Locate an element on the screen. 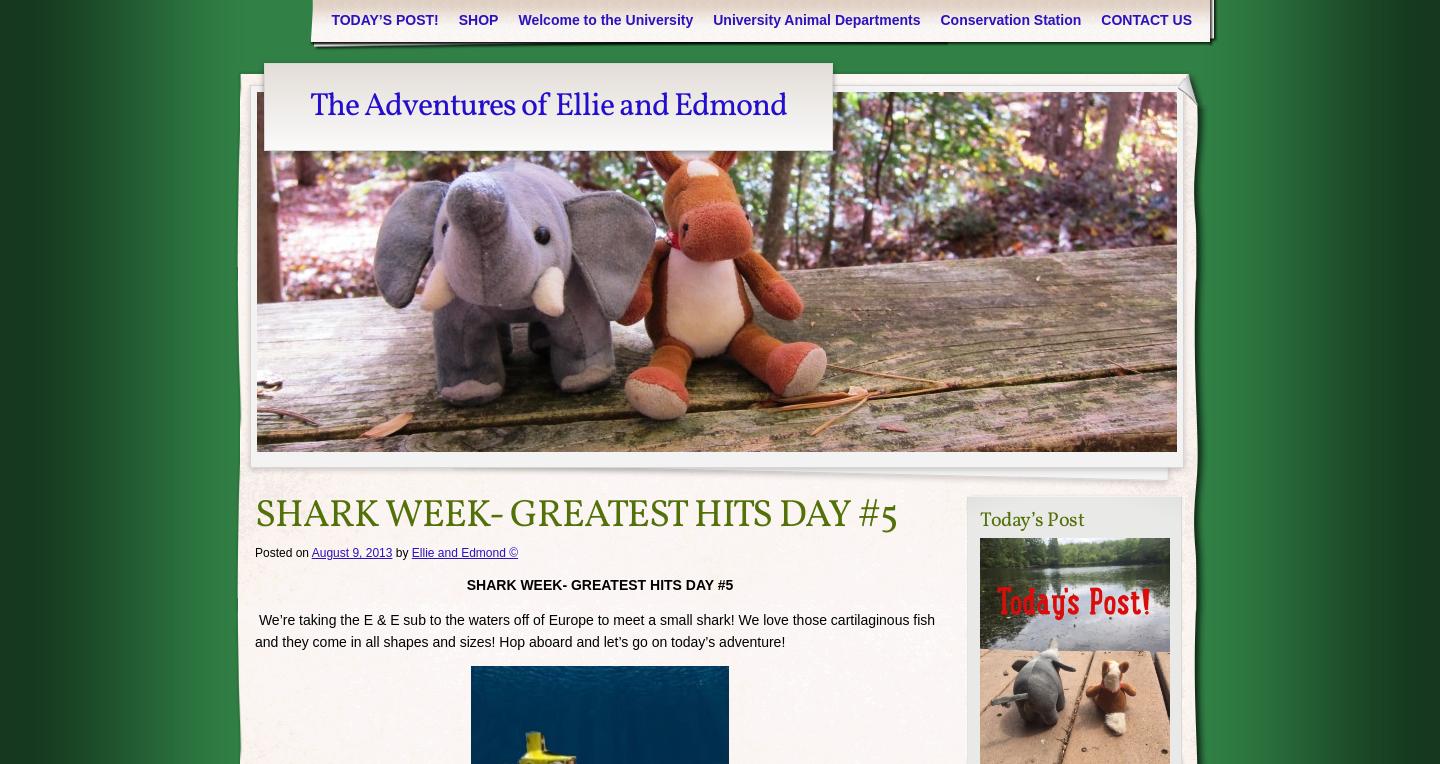 The height and width of the screenshot is (764, 1440). 'SHARK WEEK- GREATEST HITS DAY #5' is located at coordinates (576, 514).